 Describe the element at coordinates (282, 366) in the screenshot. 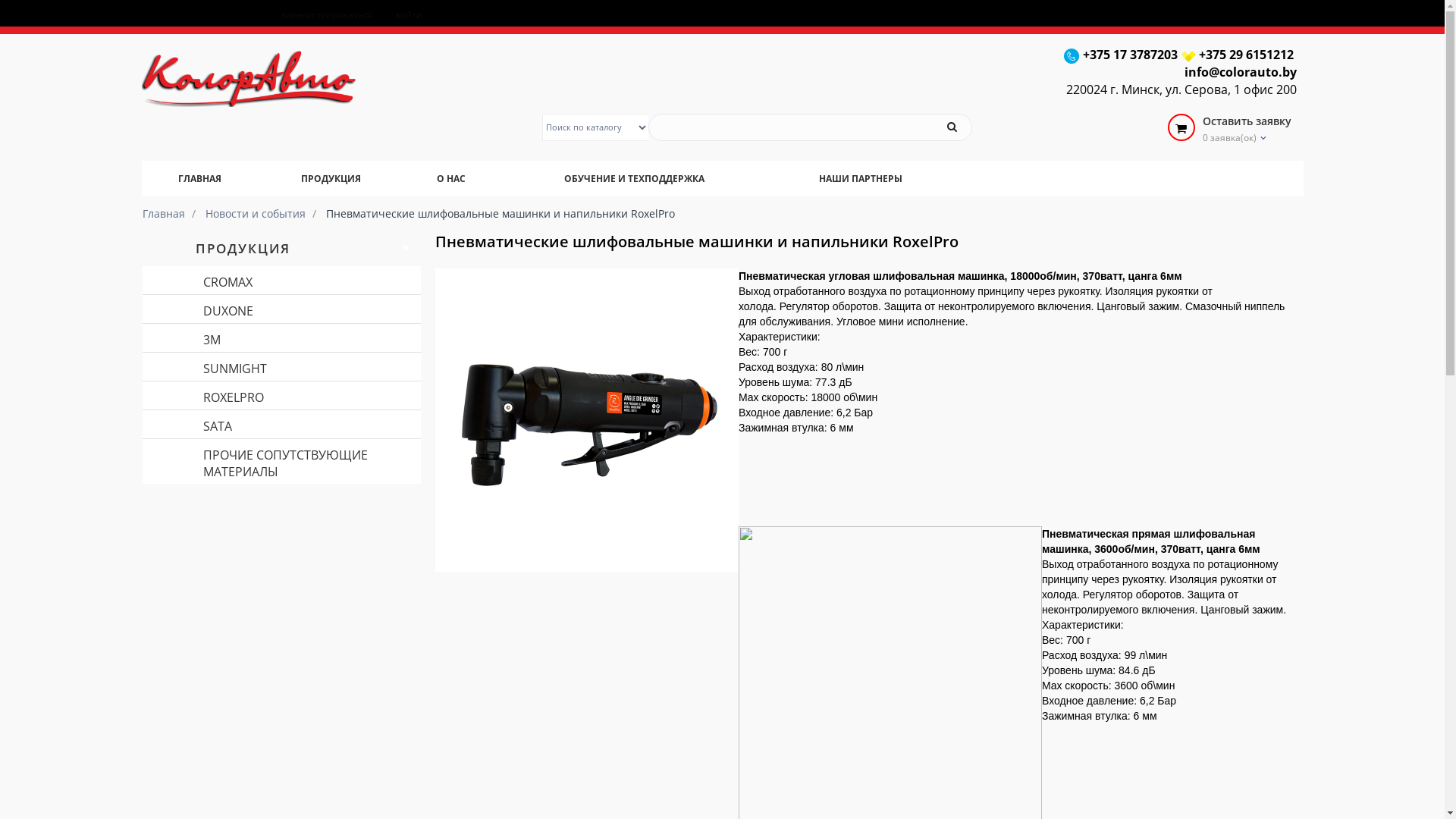

I see `'SUNMIGHT'` at that location.